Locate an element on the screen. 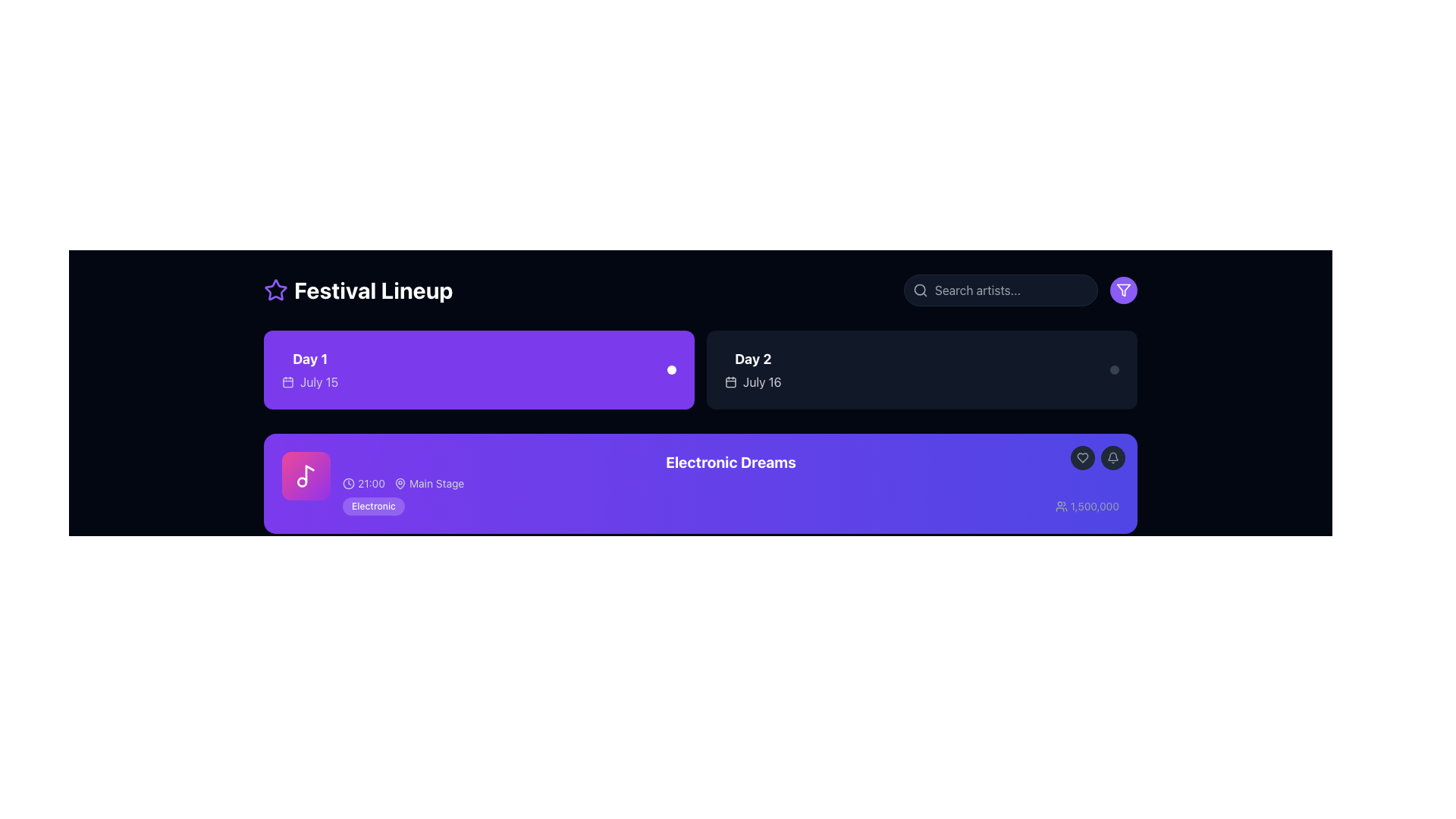 The width and height of the screenshot is (1456, 819). the interactive button labeled 'Day 1' is located at coordinates (479, 370).